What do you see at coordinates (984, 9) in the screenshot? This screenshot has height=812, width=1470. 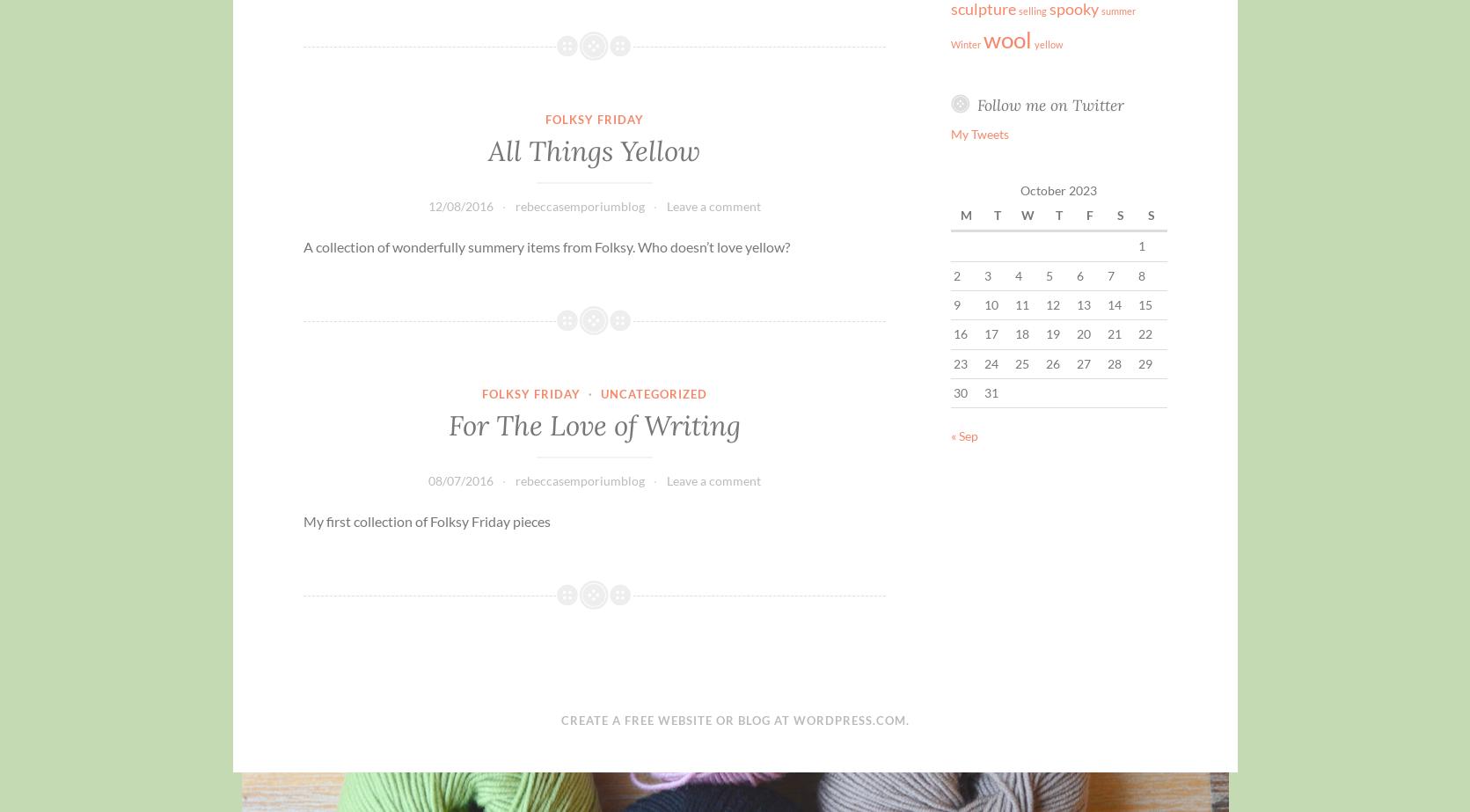 I see `'sculpture'` at bounding box center [984, 9].